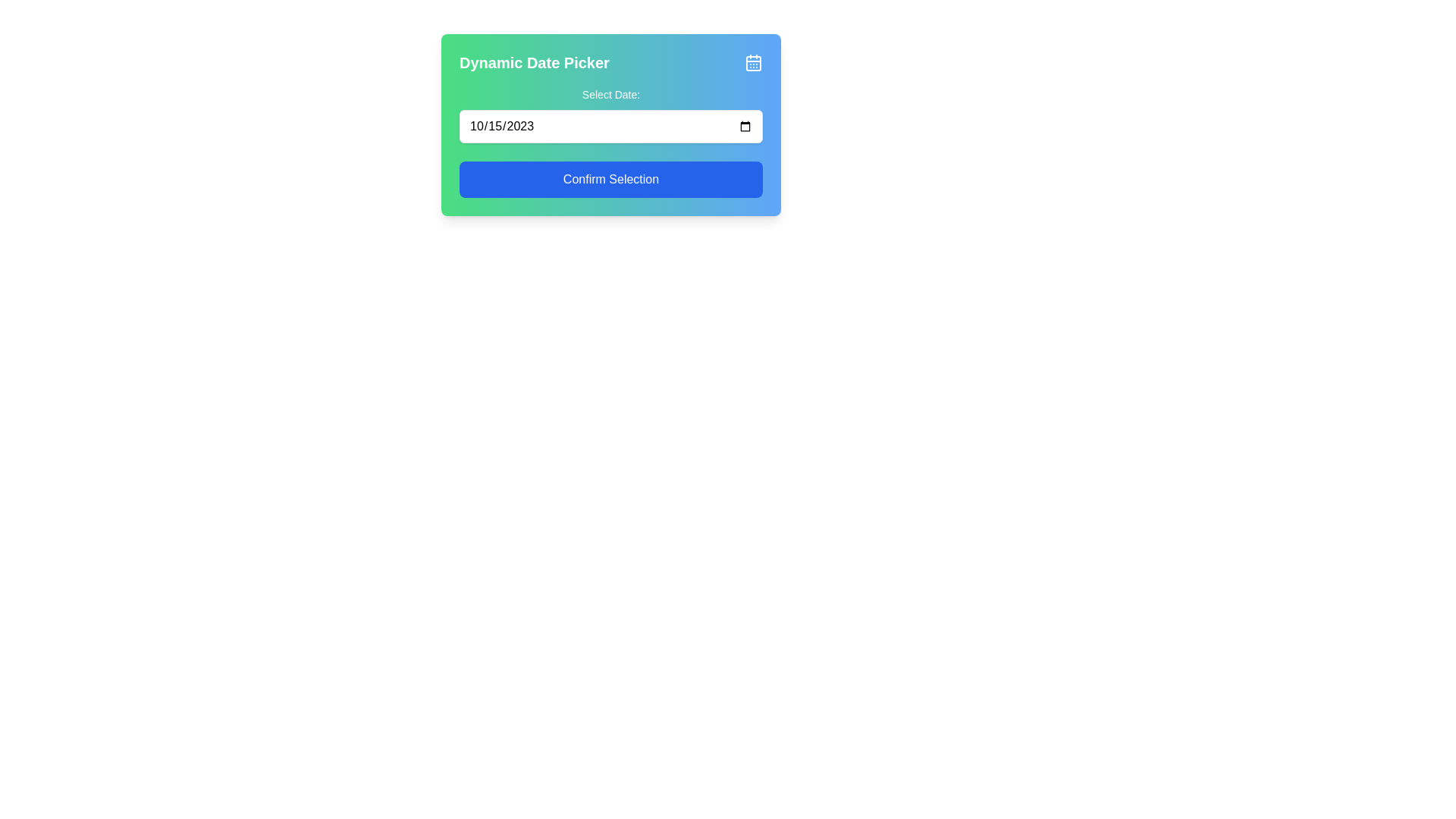 The width and height of the screenshot is (1456, 819). I want to click on the calendar icon located in the upper-right corner of the 'Dynamic Date Picker' section, so click(753, 62).